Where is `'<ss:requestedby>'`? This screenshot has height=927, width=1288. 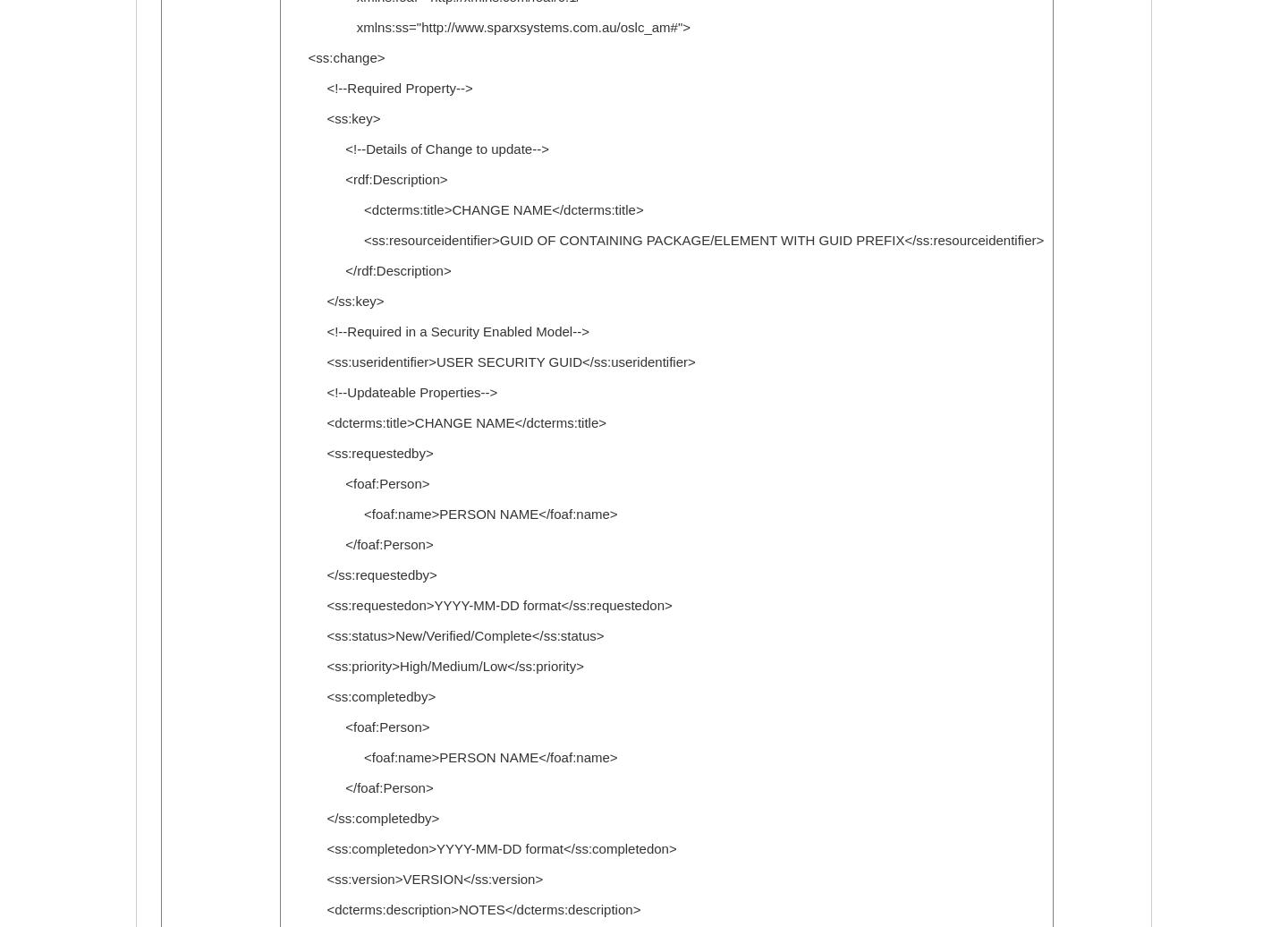 '<ss:requestedby>' is located at coordinates (360, 453).